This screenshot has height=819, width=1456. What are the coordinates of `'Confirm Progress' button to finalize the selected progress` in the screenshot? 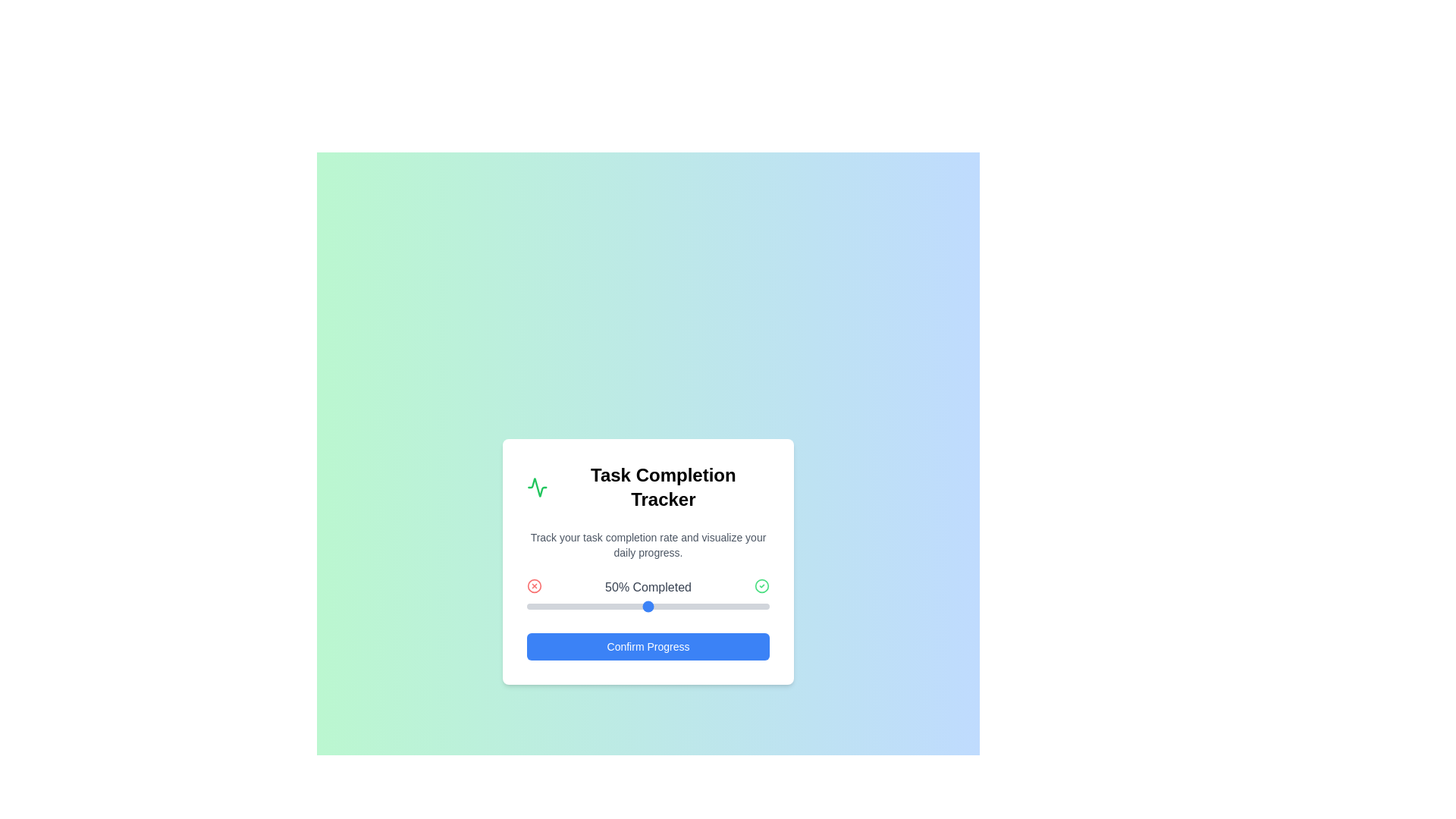 It's located at (648, 646).